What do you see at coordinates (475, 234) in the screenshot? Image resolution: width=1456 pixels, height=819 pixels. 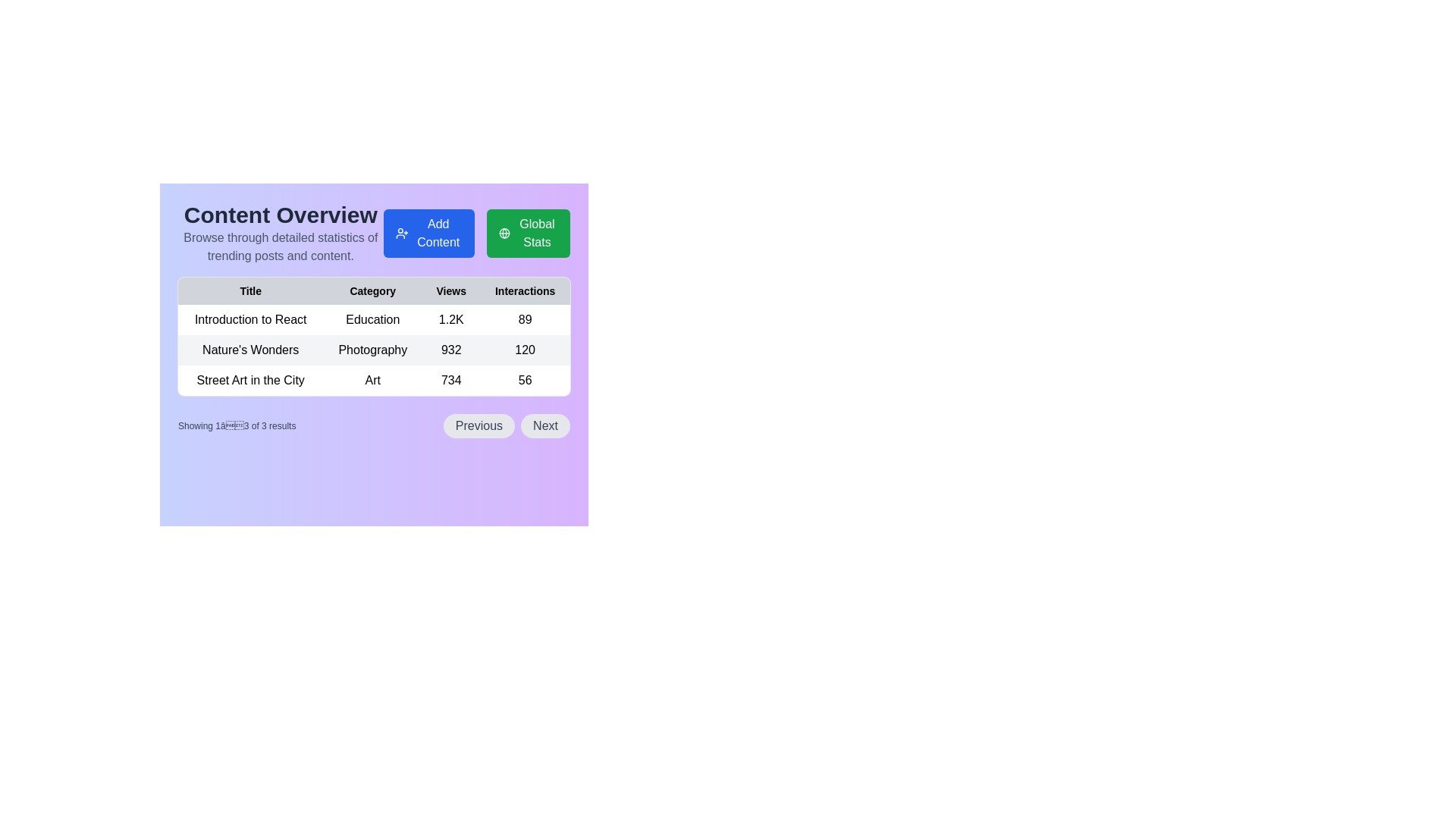 I see `the 'Add Content' button in the button group located underneath the 'Content Overview' heading` at bounding box center [475, 234].